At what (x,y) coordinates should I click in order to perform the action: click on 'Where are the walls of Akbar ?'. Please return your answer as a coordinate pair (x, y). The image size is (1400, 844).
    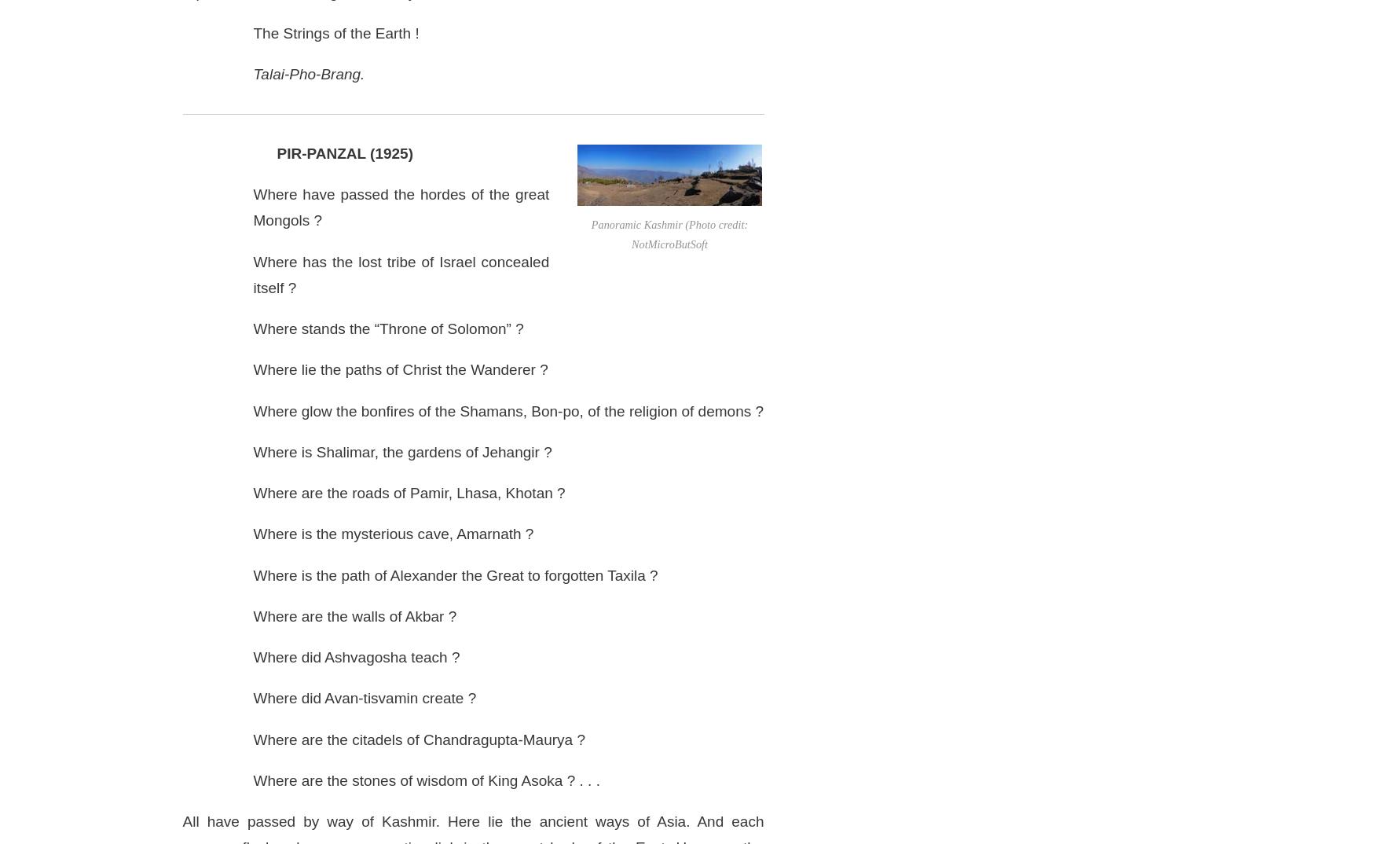
    Looking at the image, I should click on (354, 615).